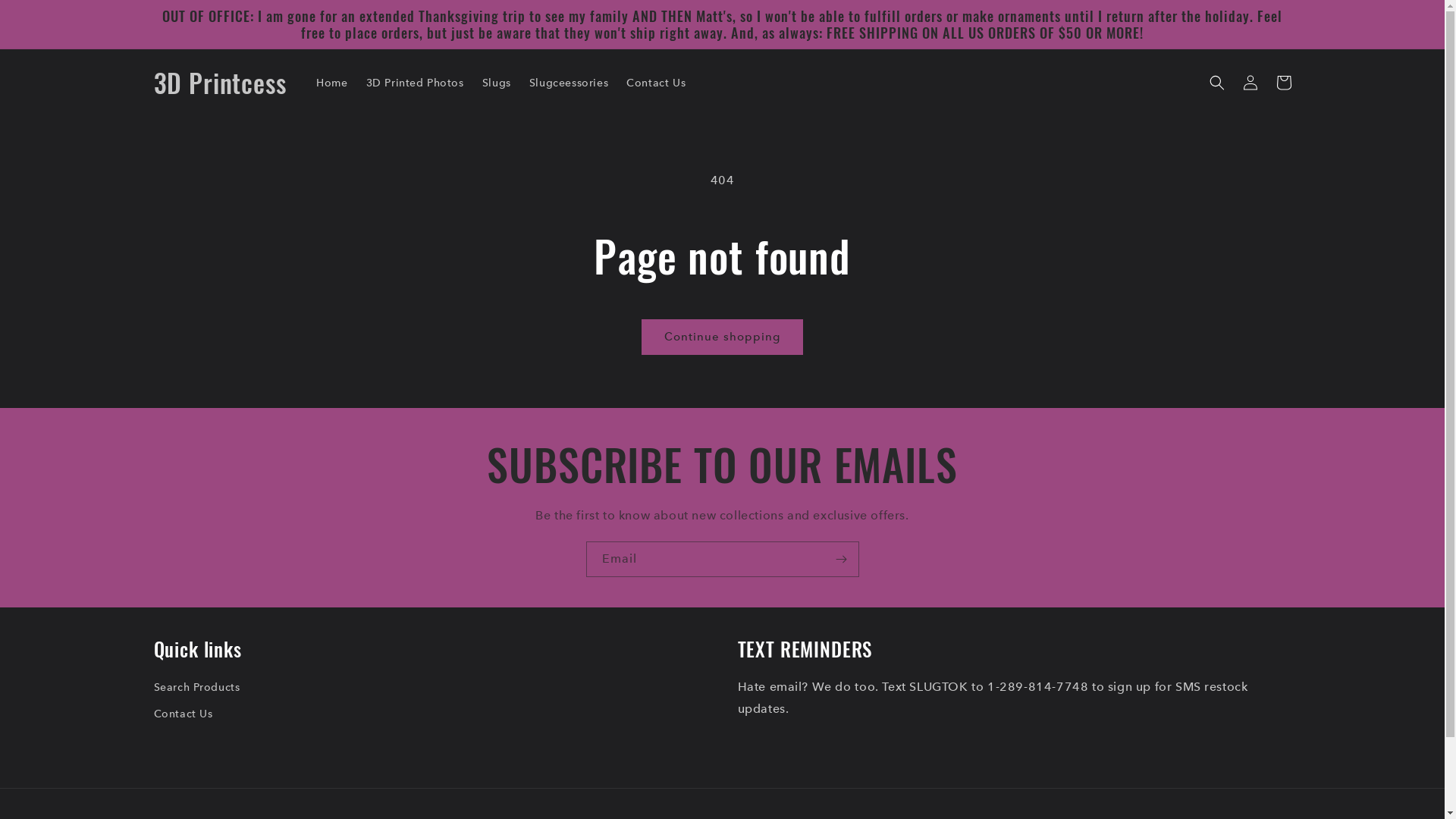 The height and width of the screenshot is (819, 1456). I want to click on 'Cart', so click(1282, 82).